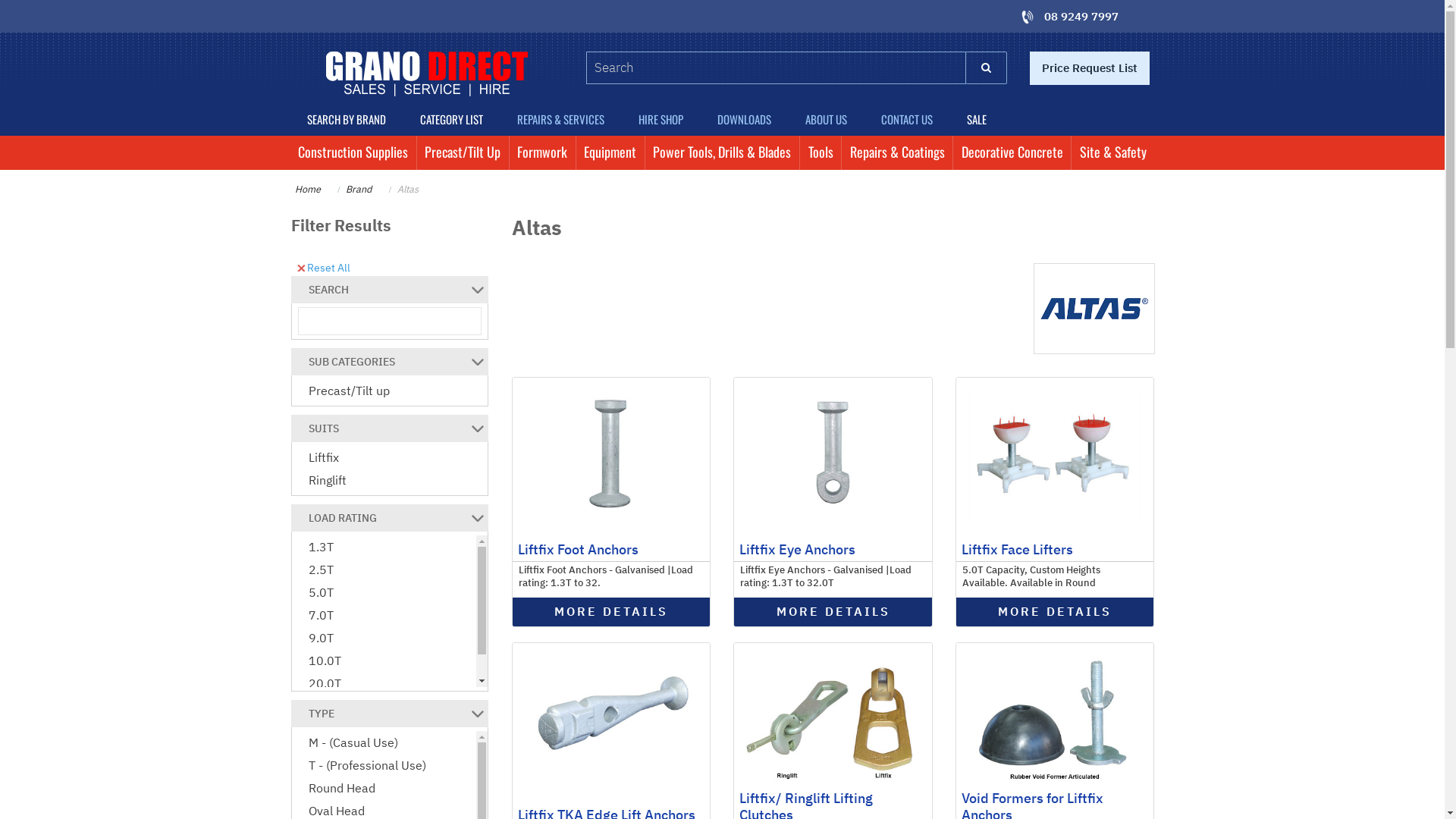  I want to click on 'Power Tools, Drills & Blades', so click(721, 152).